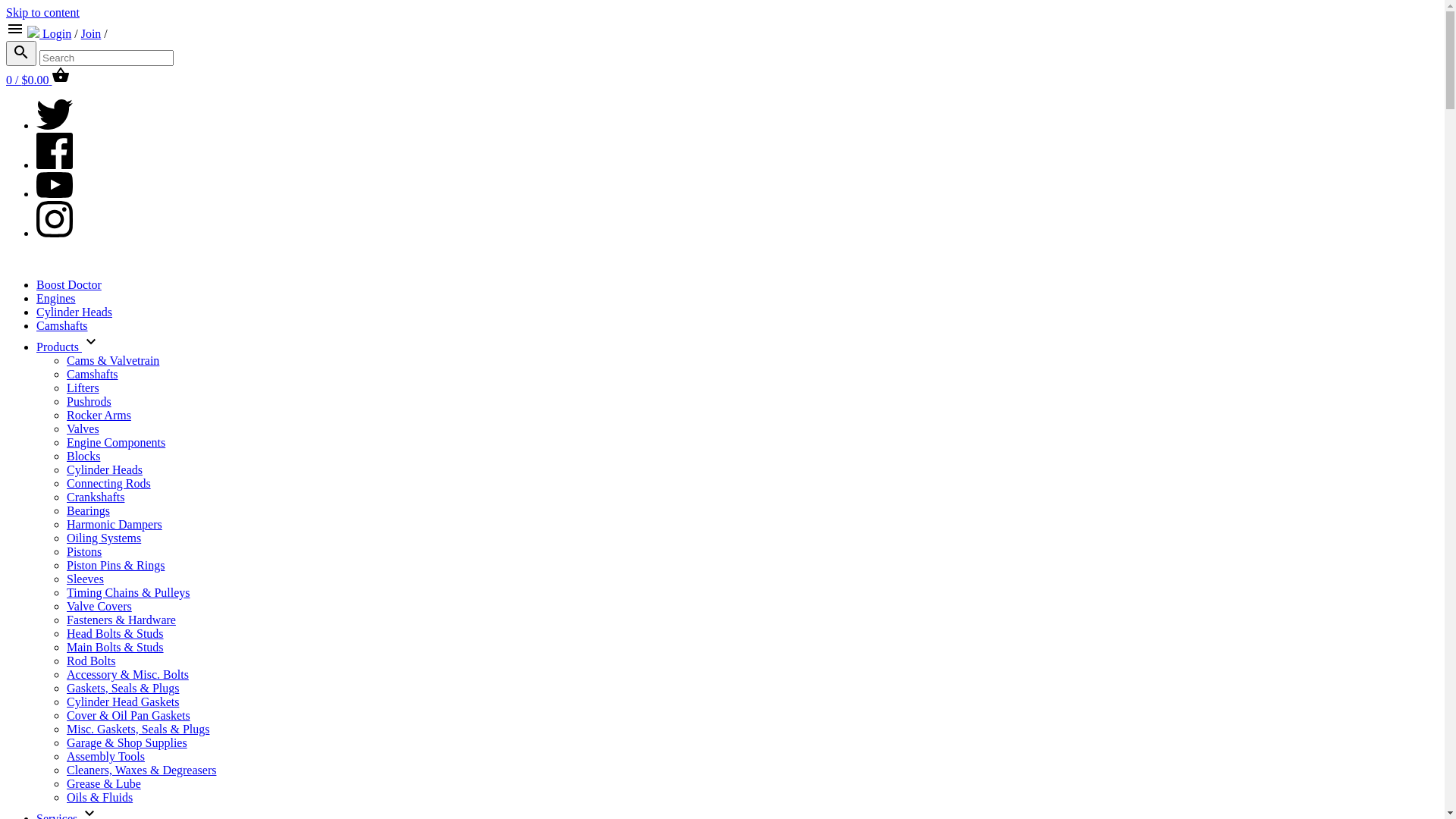 The image size is (1456, 819). I want to click on 'Timing Chains & Pulleys', so click(128, 591).